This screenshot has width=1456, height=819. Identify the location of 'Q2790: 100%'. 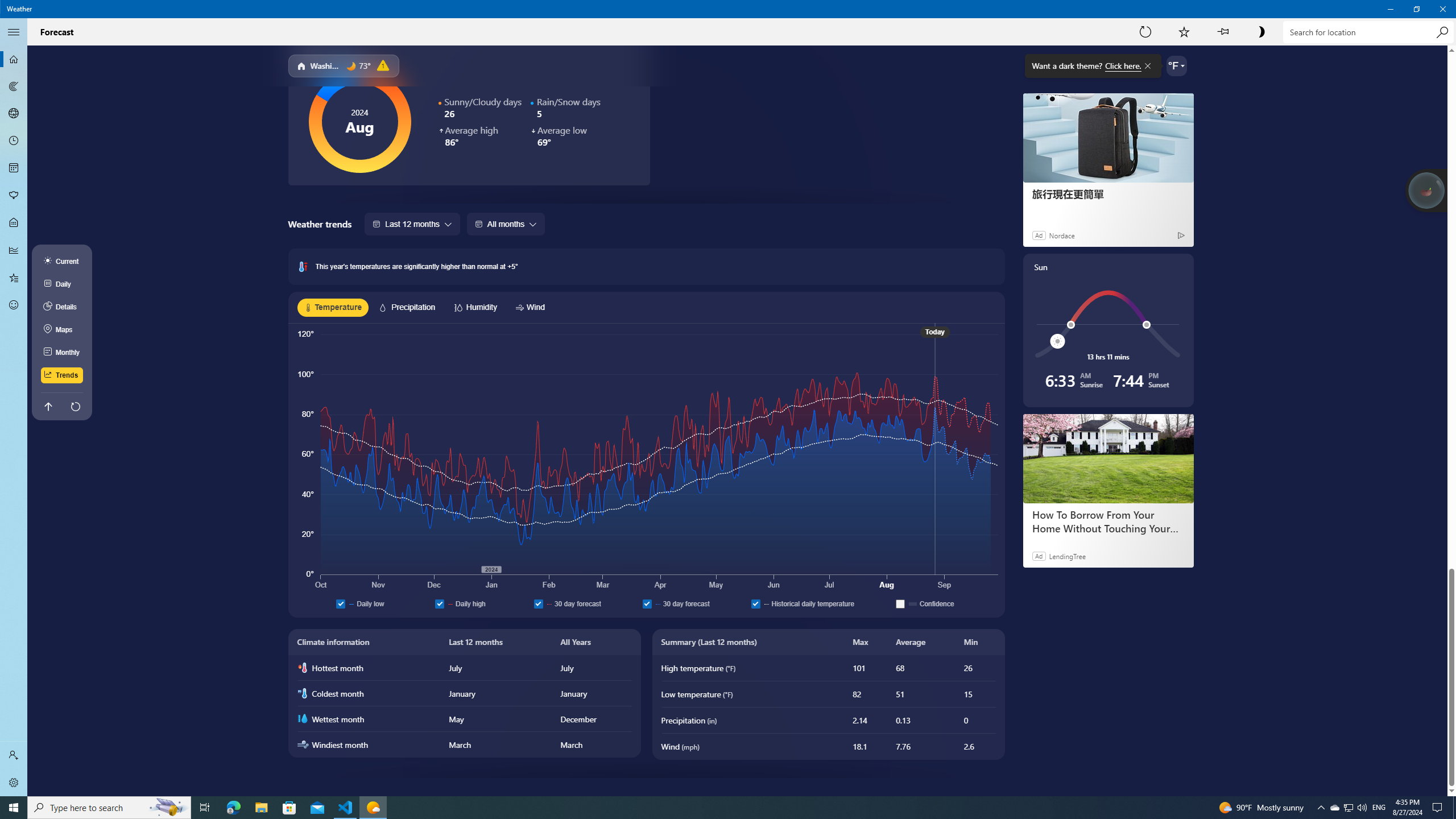
(1334, 806).